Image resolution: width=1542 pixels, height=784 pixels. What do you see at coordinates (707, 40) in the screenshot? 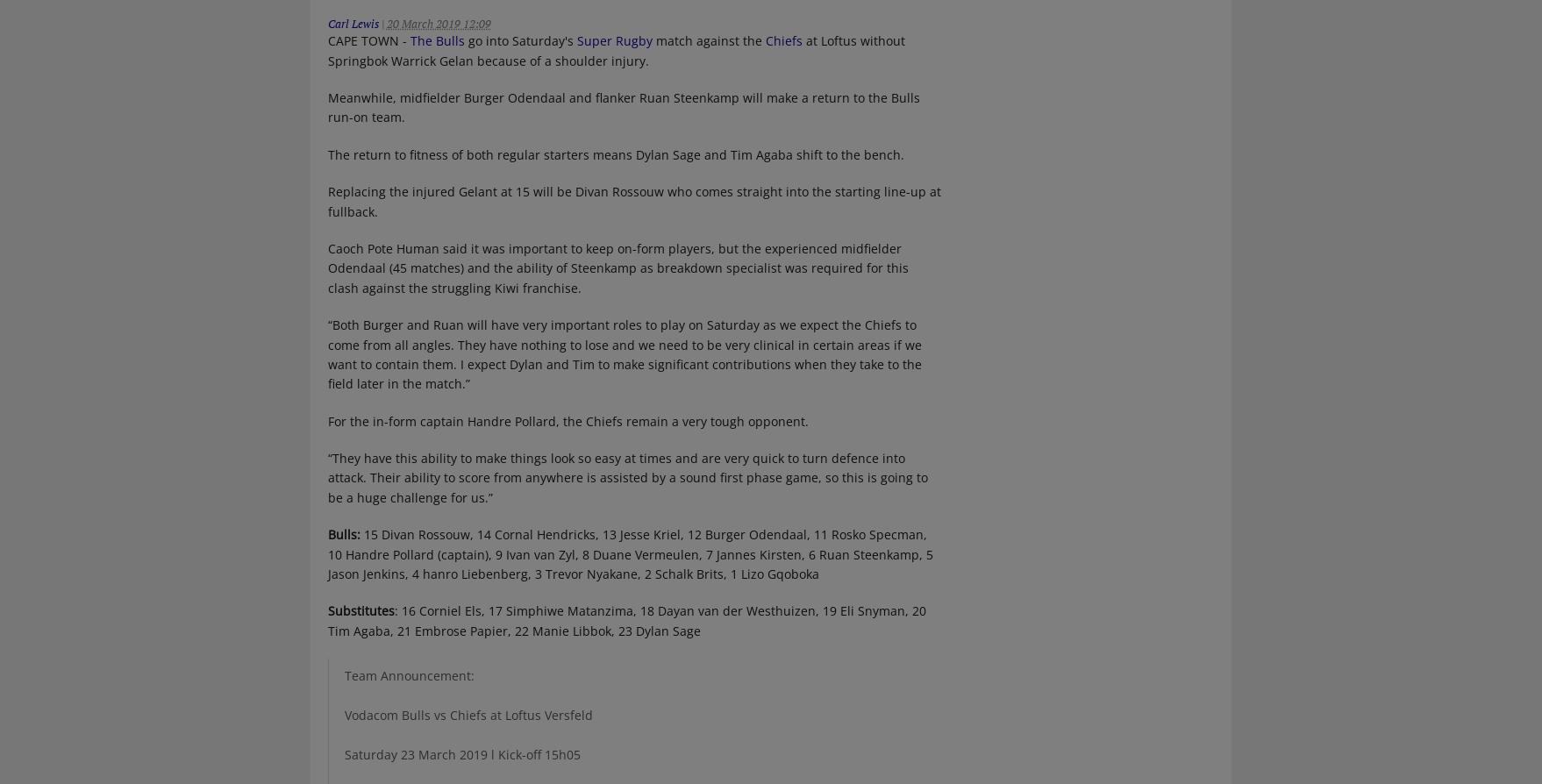
I see `'match against the'` at bounding box center [707, 40].